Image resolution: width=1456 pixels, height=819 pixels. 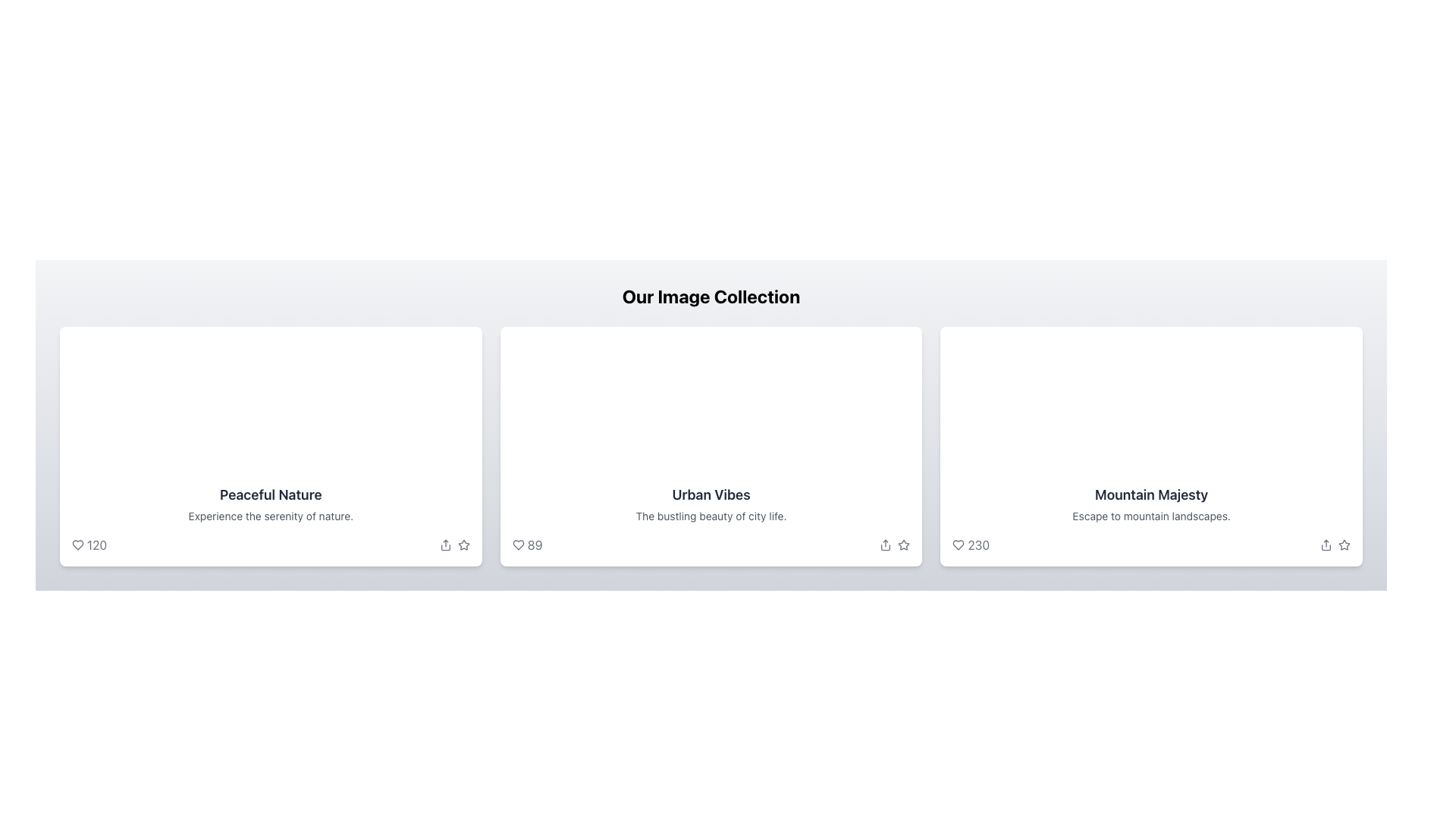 I want to click on the heart icon located in the bottom-left corner of the 'Mountain Majesty' card to like it, so click(x=971, y=544).